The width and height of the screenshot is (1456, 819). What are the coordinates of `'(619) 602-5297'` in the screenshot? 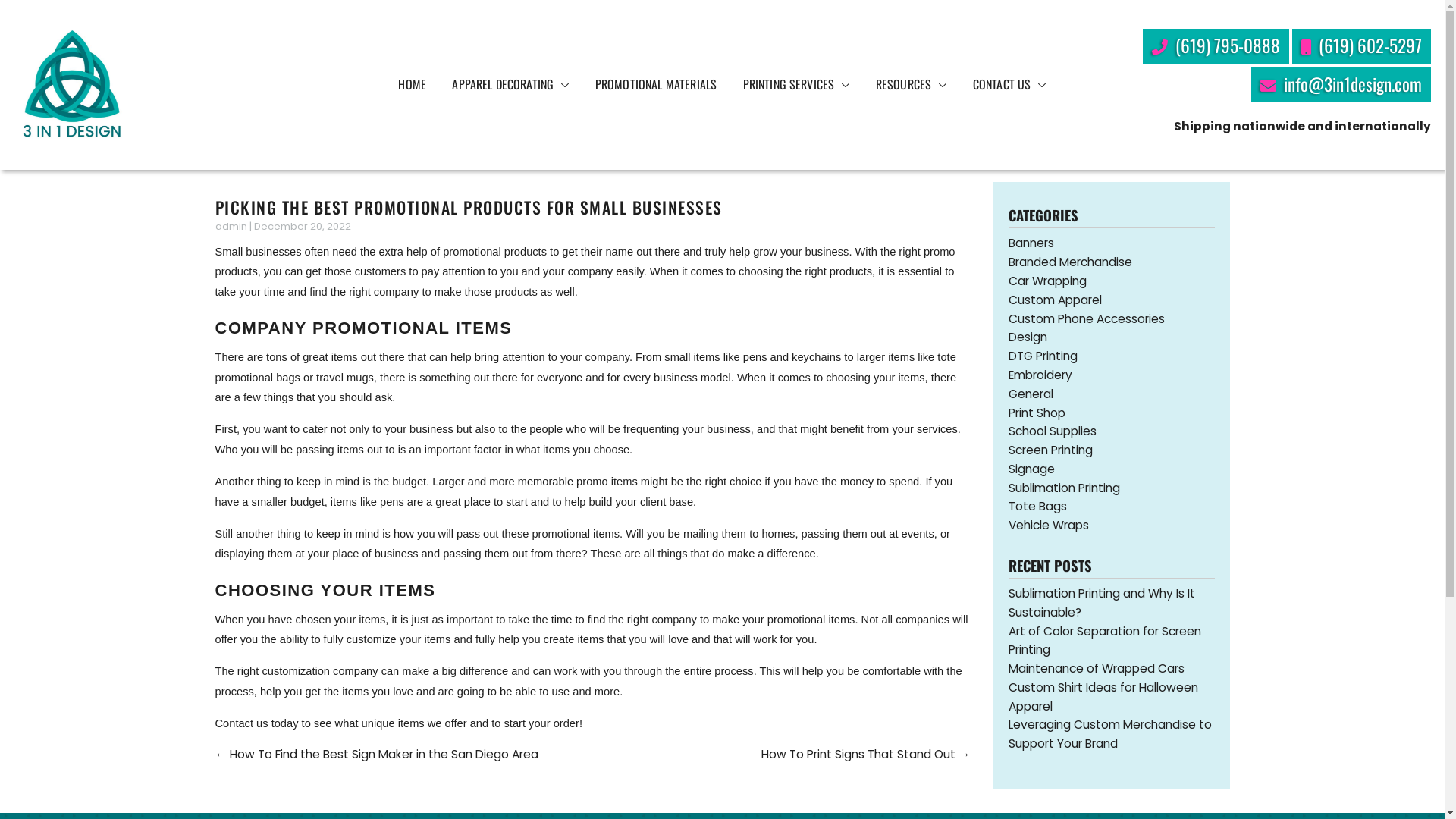 It's located at (1361, 45).